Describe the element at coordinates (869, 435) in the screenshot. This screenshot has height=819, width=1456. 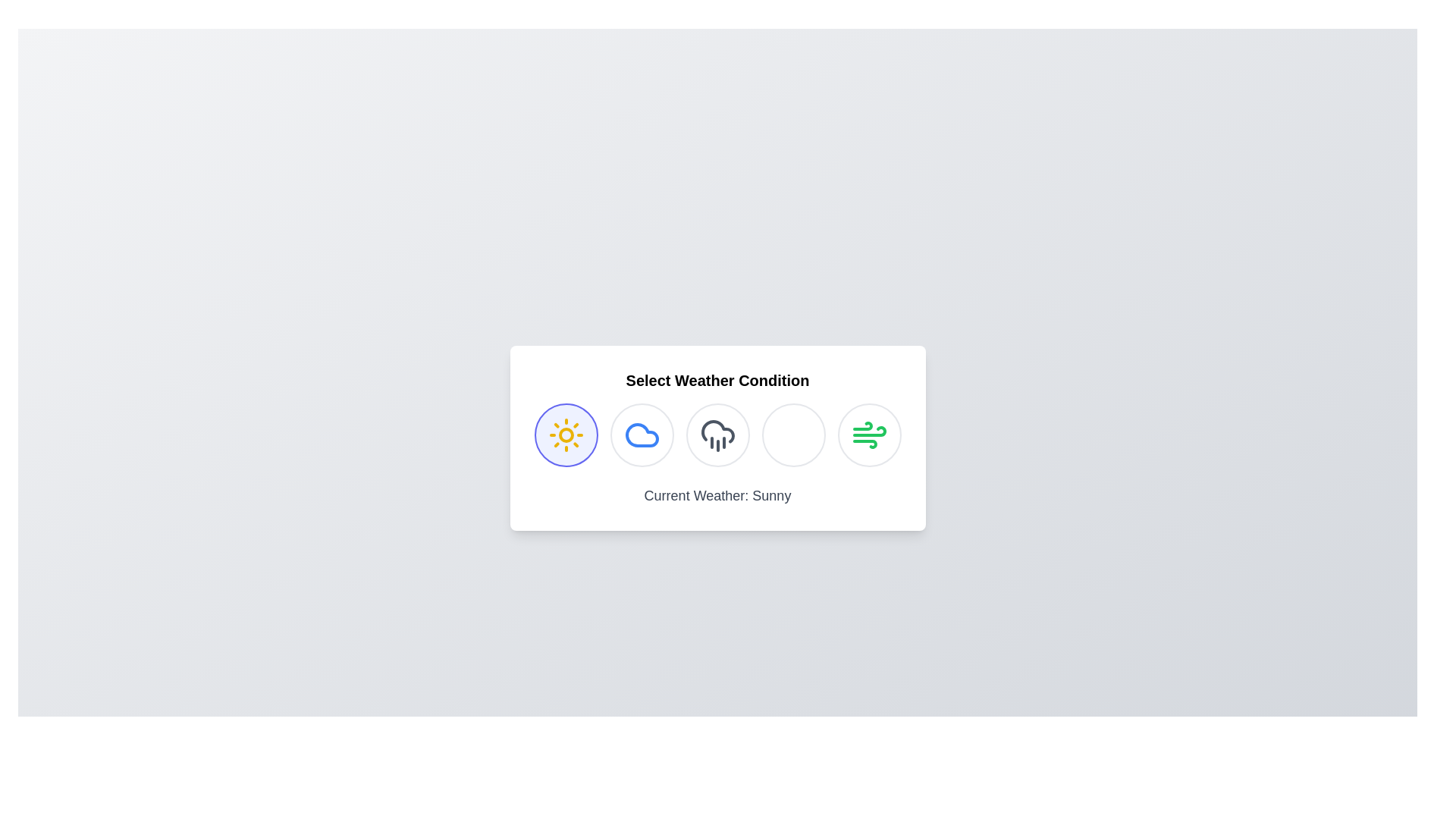
I see `the 'Windy' conditions button located at the far right of the weather condition selector interface by programmatically moving to it` at that location.